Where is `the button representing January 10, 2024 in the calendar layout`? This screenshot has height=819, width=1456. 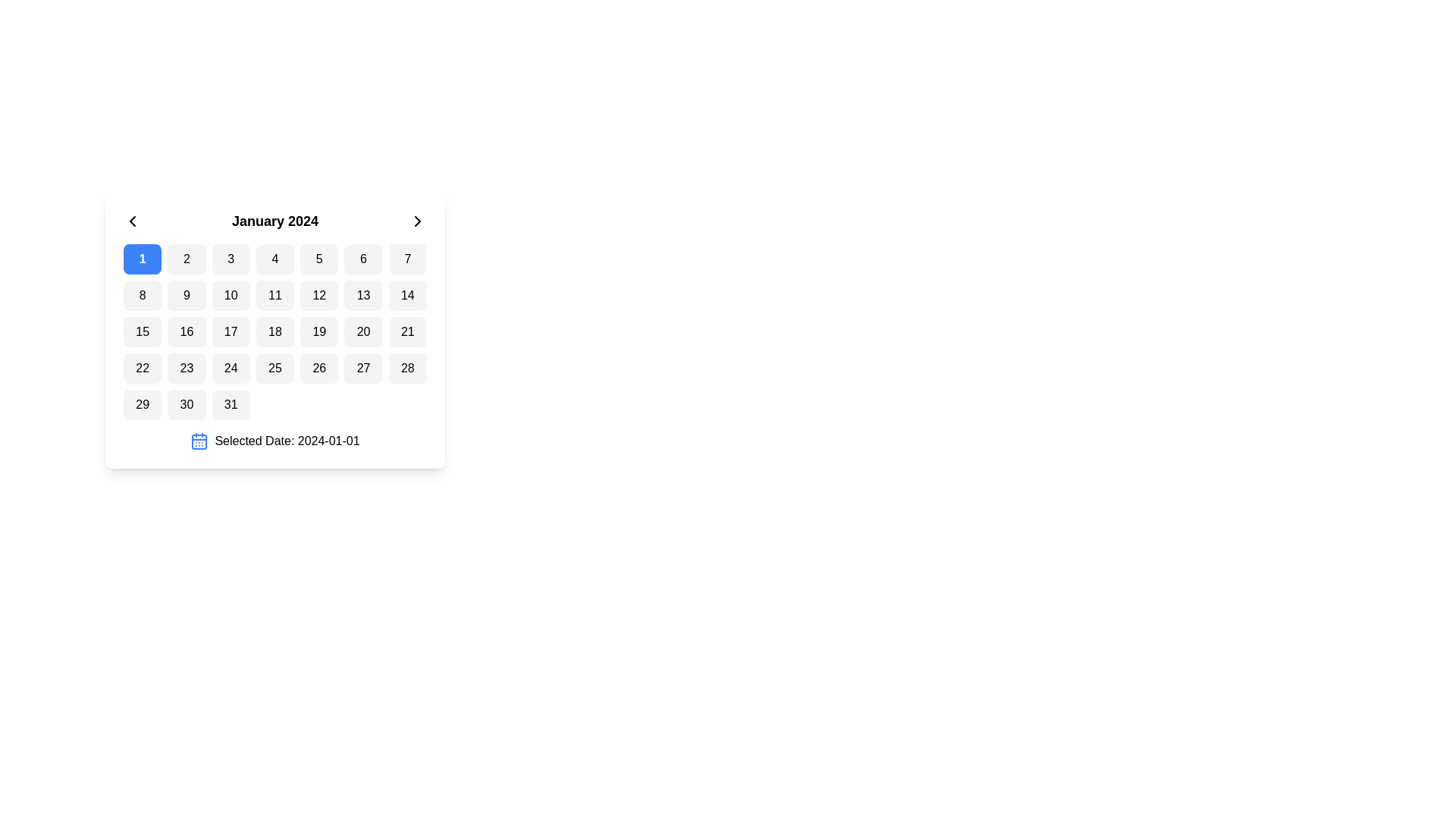
the button representing January 10, 2024 in the calendar layout is located at coordinates (230, 295).